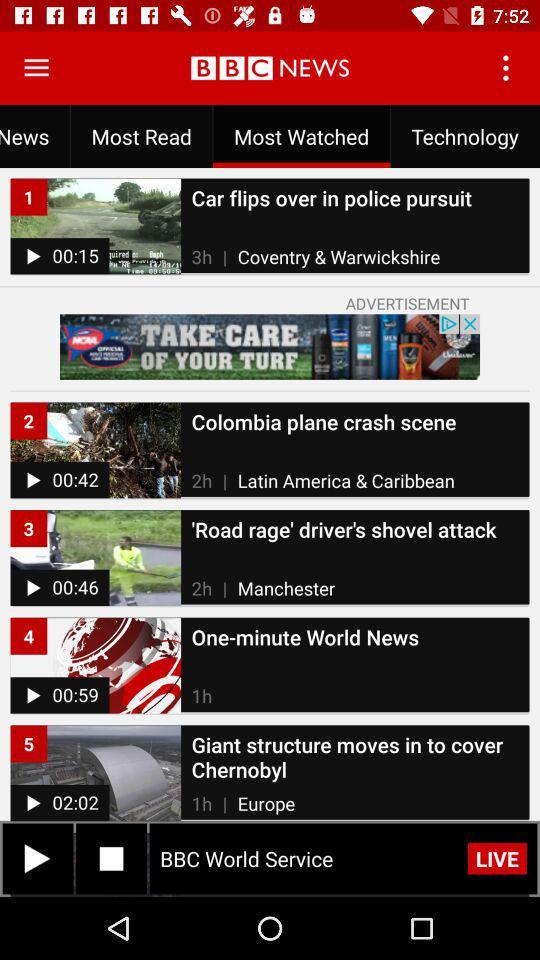 This screenshot has width=540, height=960. Describe the element at coordinates (270, 347) in the screenshot. I see `click on the banner` at that location.